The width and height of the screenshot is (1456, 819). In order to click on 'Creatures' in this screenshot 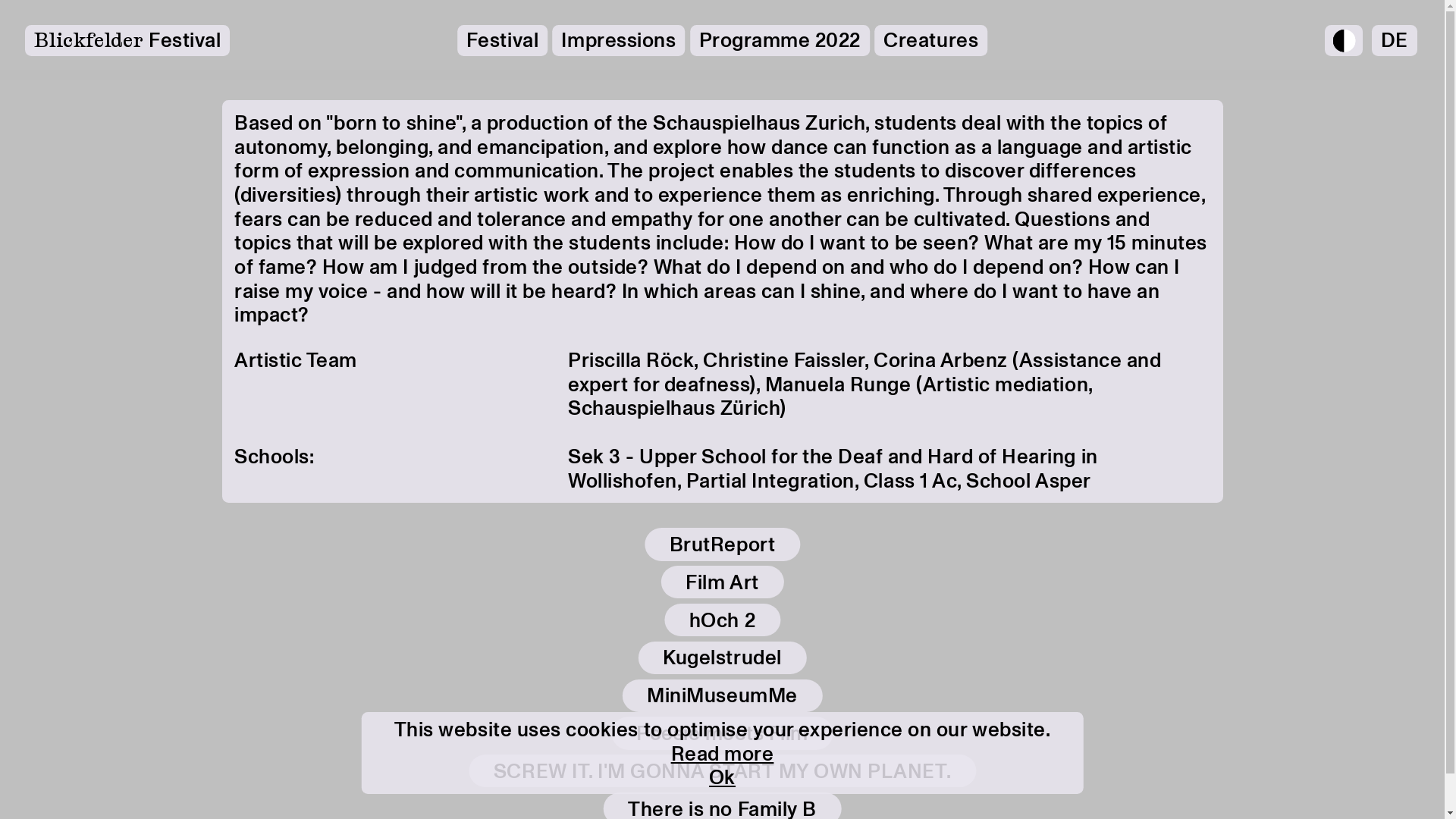, I will do `click(930, 39)`.